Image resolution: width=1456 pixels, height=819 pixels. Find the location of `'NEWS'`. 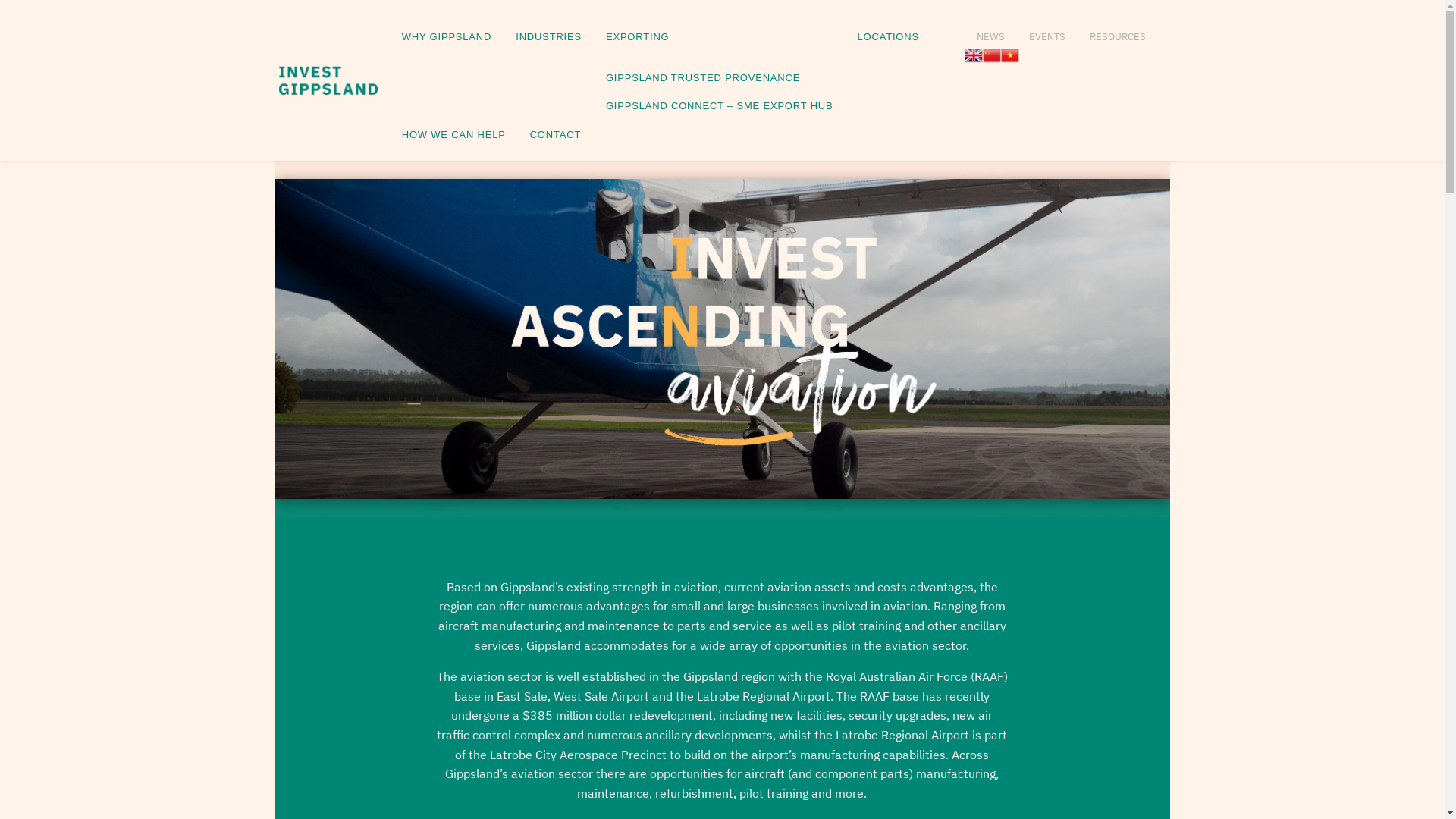

'NEWS' is located at coordinates (964, 32).